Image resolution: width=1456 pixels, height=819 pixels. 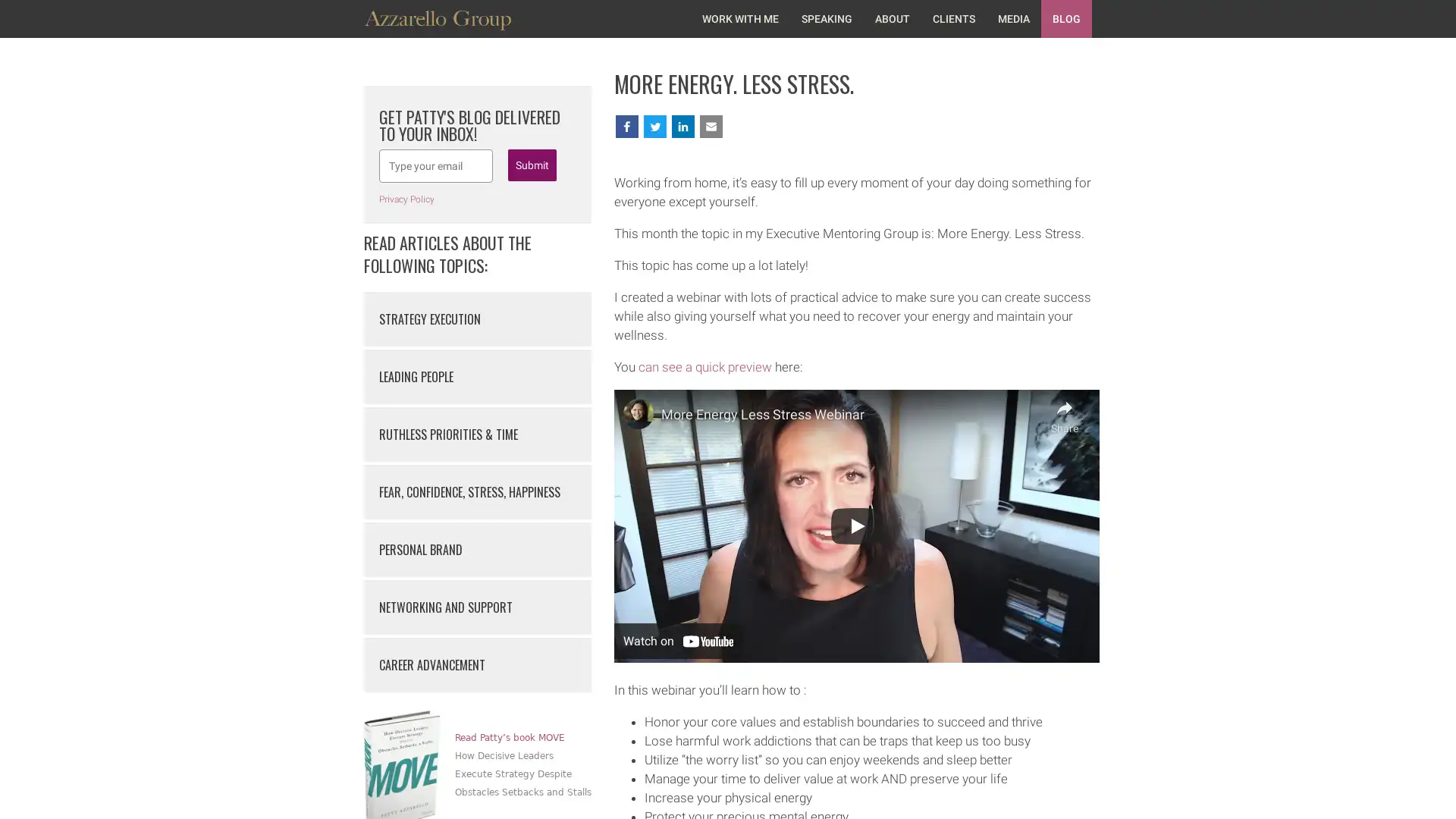 I want to click on CAREER ADVANCEMENT, so click(x=476, y=664).